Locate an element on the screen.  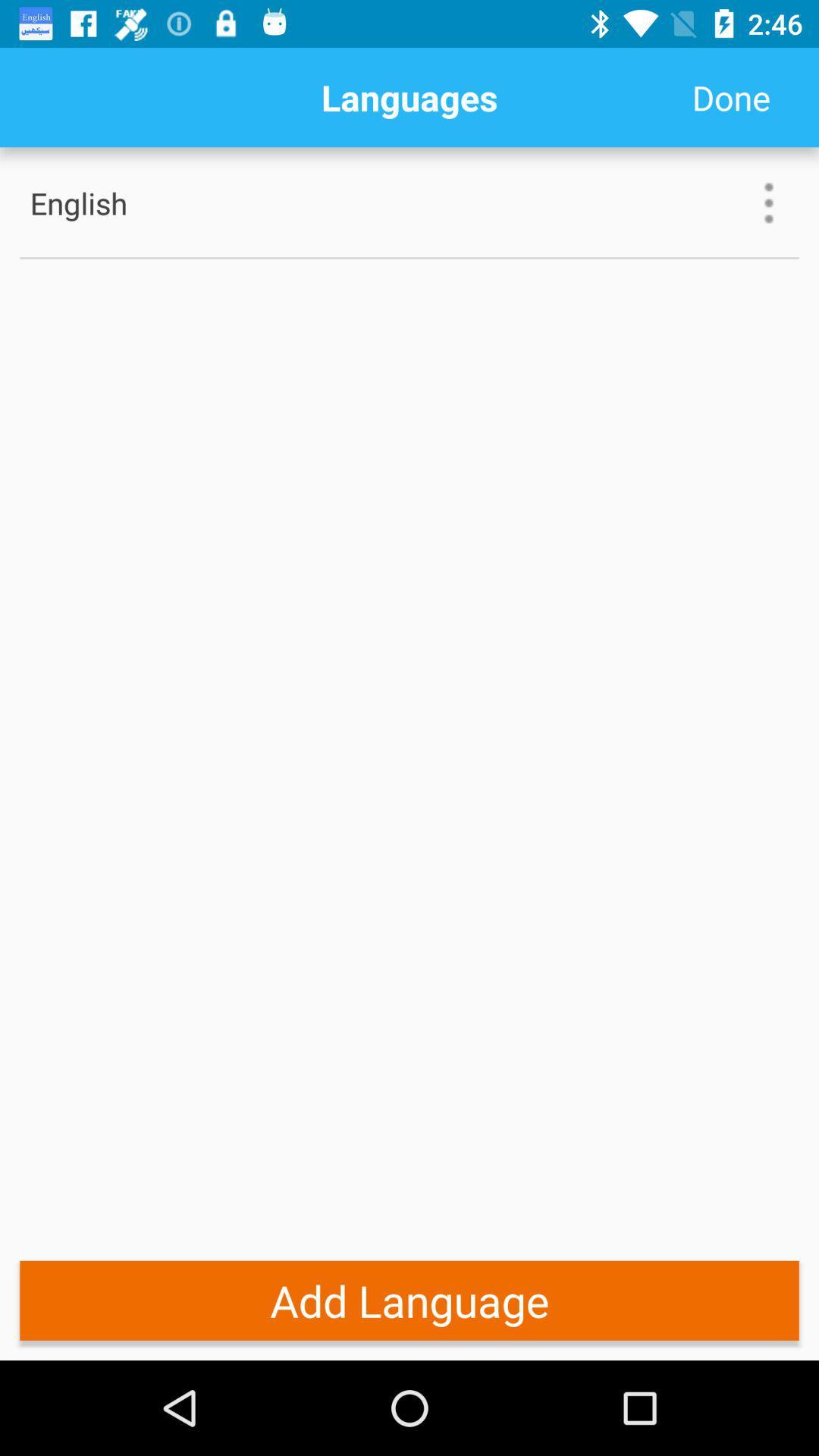
app to the right of the languages is located at coordinates (730, 96).